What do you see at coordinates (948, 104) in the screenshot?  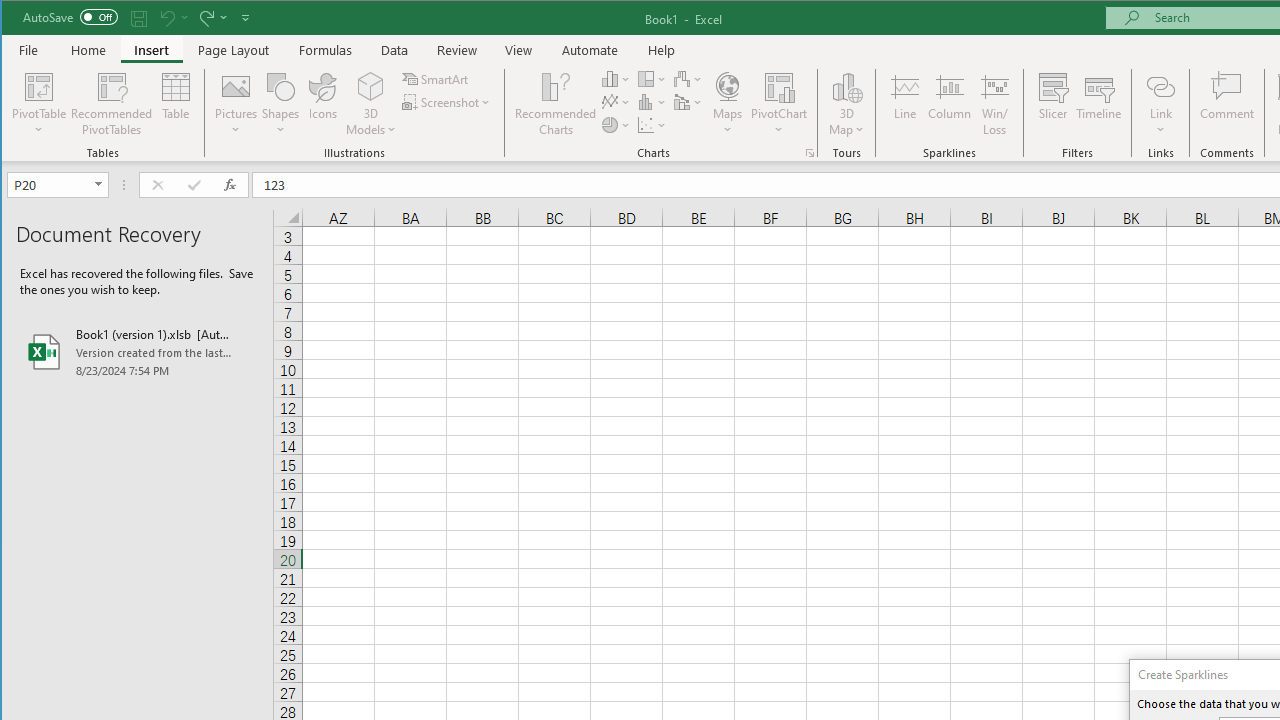 I see `'Column'` at bounding box center [948, 104].